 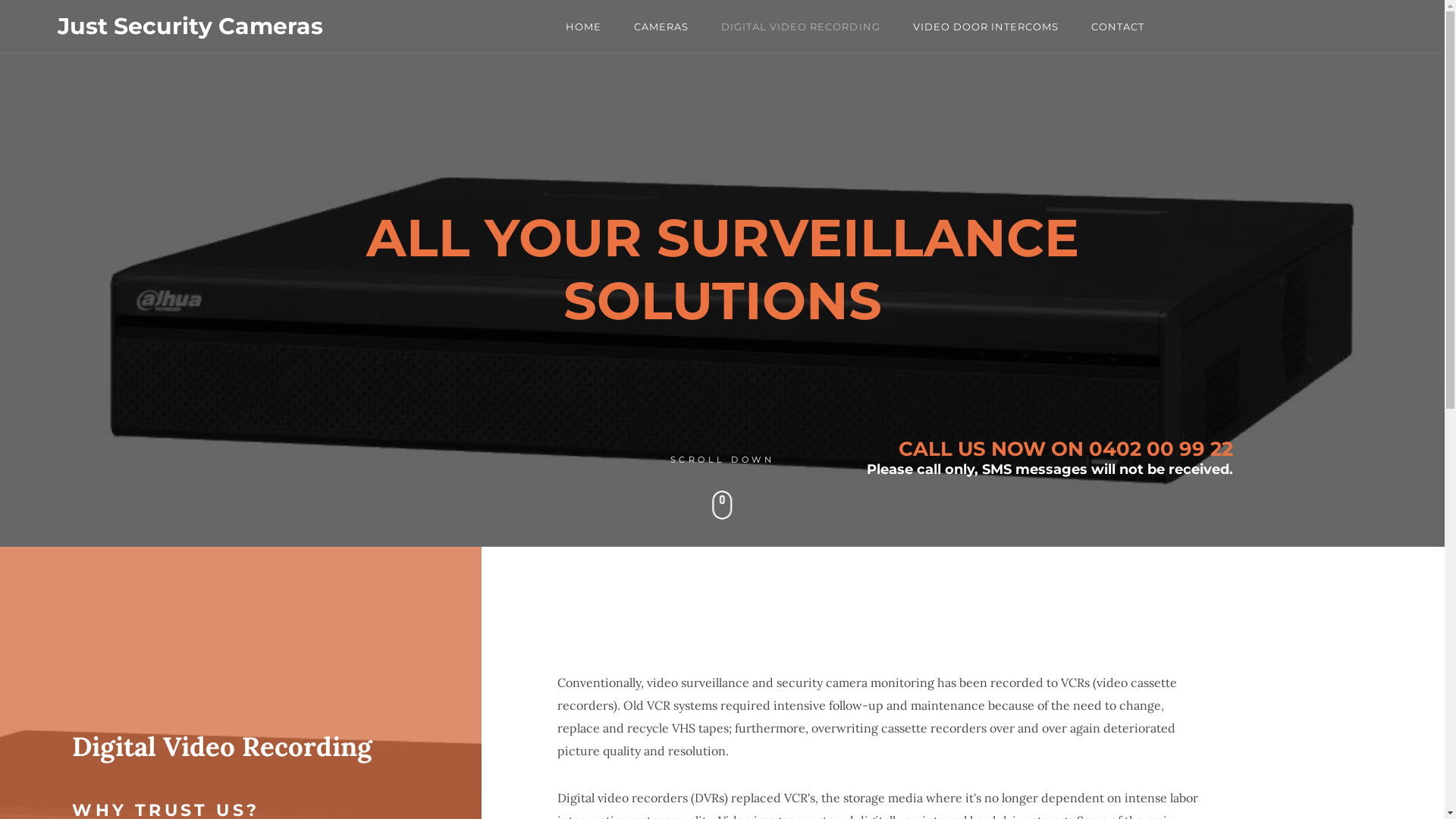 I want to click on 'DIGITAL VIDEO RECORDING', so click(x=720, y=26).